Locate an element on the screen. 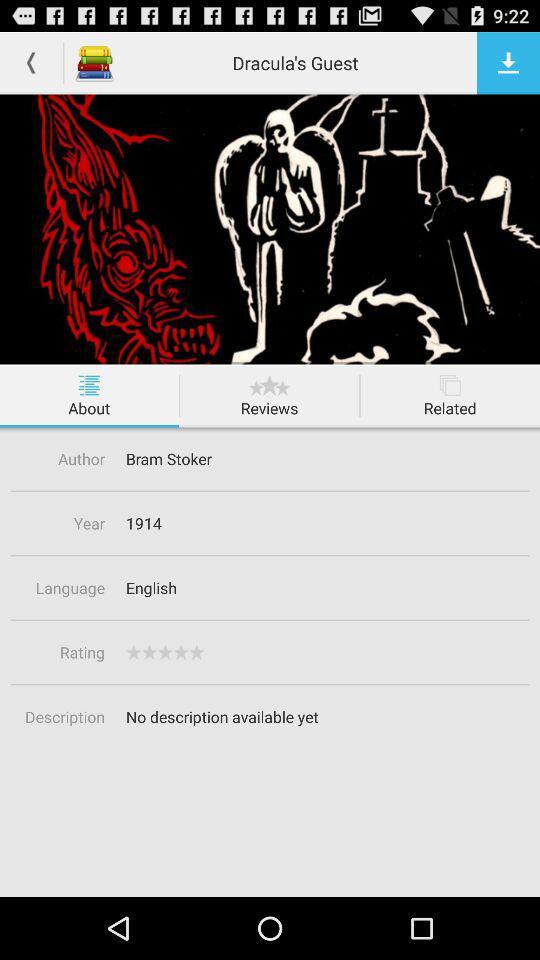 Image resolution: width=540 pixels, height=960 pixels. download is located at coordinates (508, 62).